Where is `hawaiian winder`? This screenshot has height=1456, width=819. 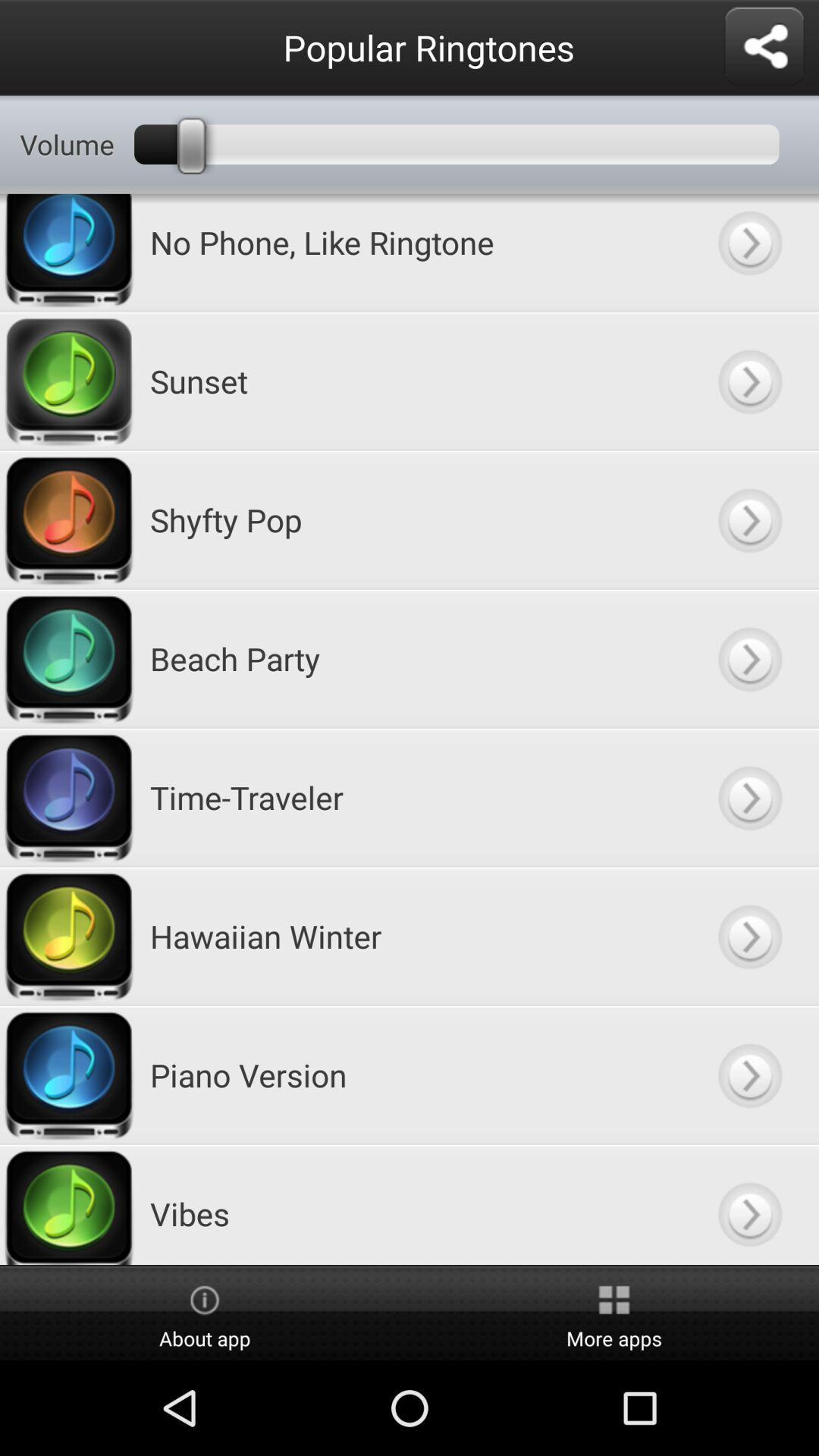 hawaiian winder is located at coordinates (748, 935).